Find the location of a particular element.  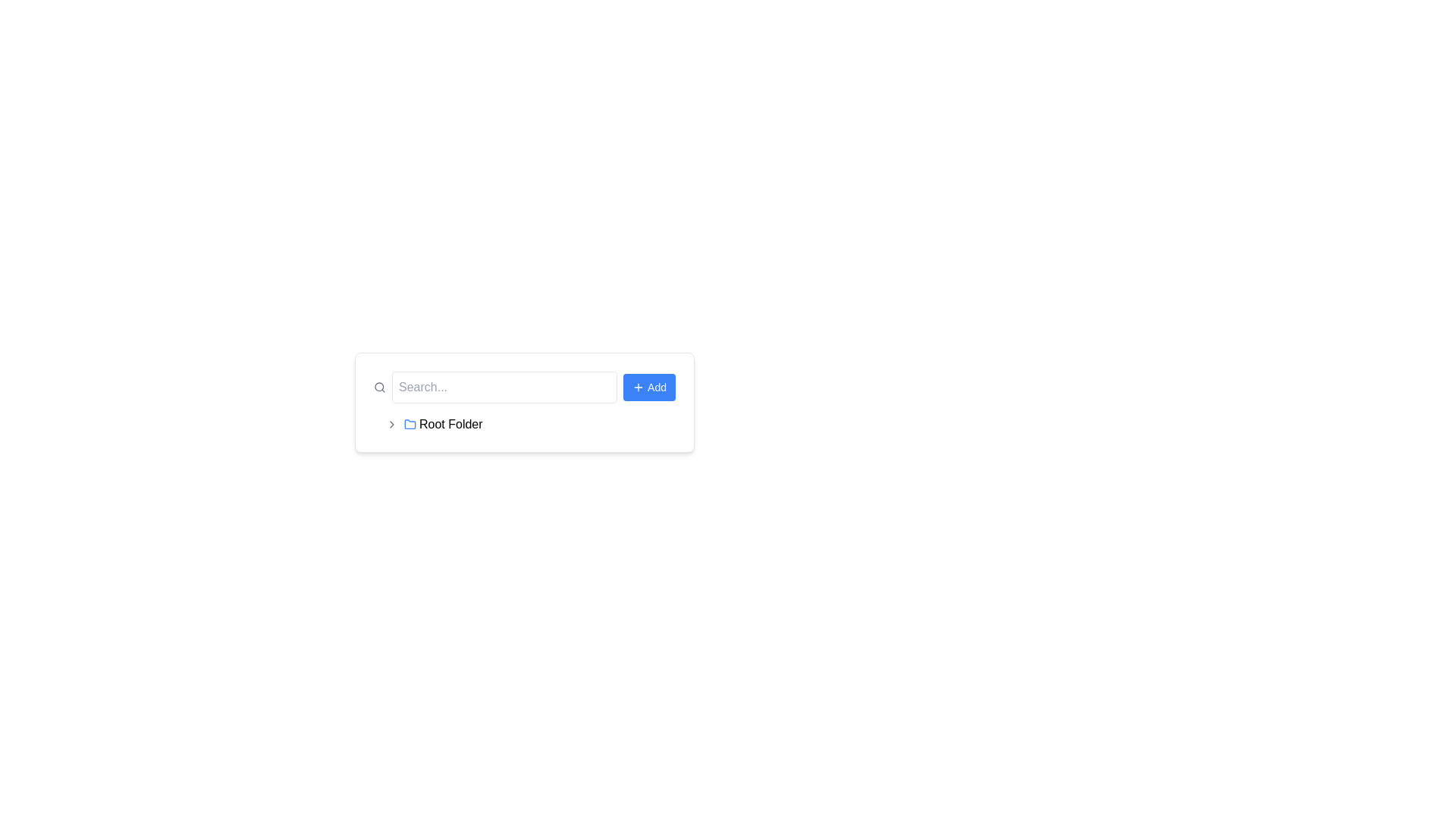

the lens of the magnifying glass icon, which is part of the search icon located in the toolbar is located at coordinates (379, 386).